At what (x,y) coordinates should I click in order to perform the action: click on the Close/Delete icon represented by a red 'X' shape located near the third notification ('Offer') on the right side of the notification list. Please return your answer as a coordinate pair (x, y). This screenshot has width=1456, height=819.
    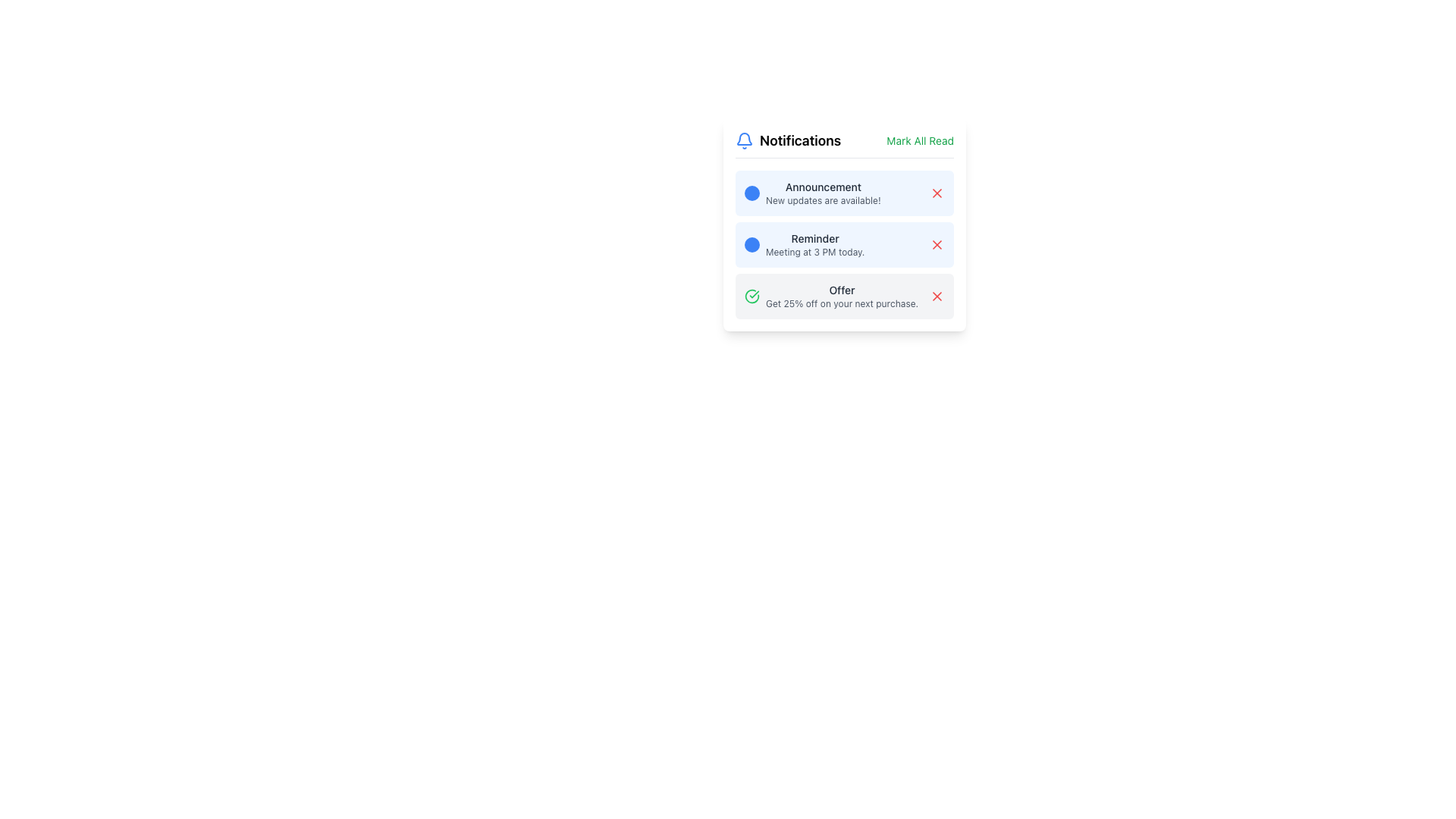
    Looking at the image, I should click on (937, 296).